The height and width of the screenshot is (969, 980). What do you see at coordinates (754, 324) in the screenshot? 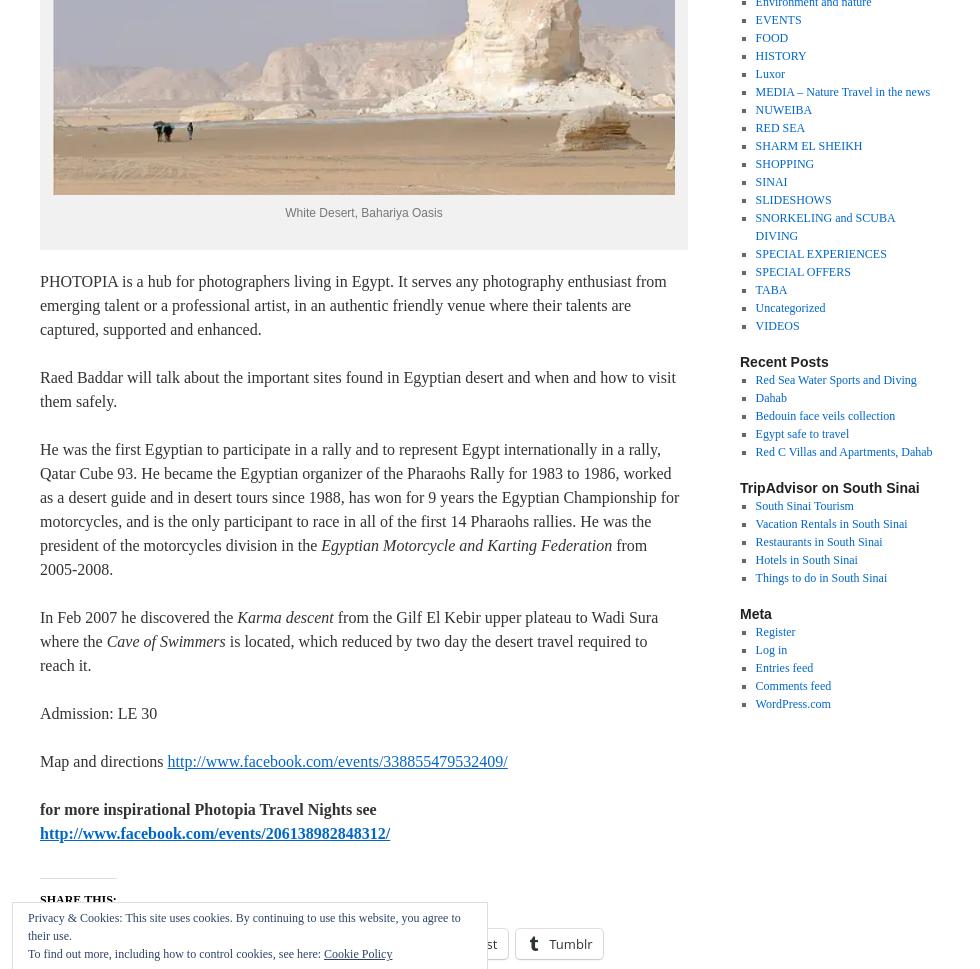
I see `'VIDEOS'` at bounding box center [754, 324].